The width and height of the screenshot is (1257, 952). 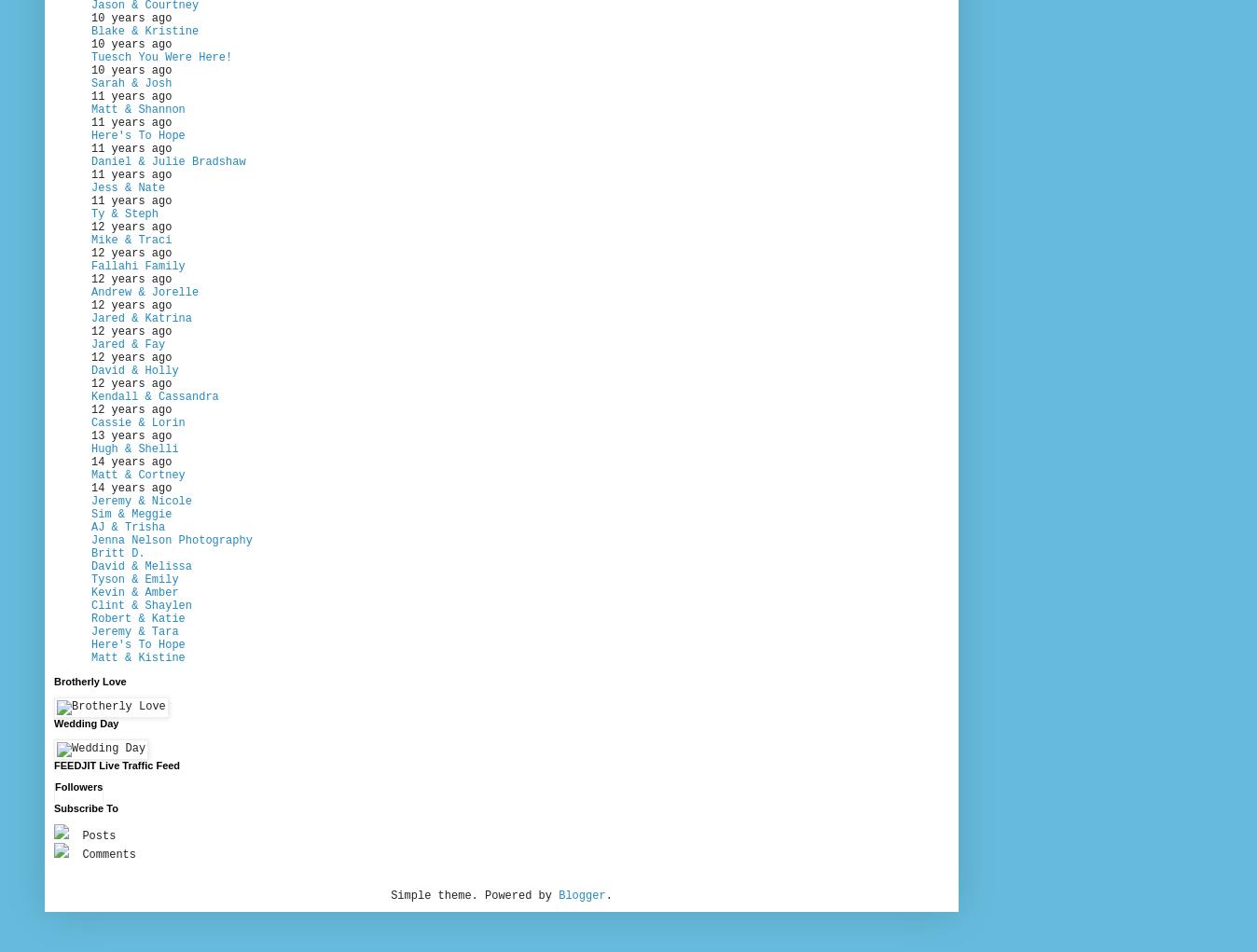 What do you see at coordinates (131, 82) in the screenshot?
I see `'Sarah & Josh'` at bounding box center [131, 82].